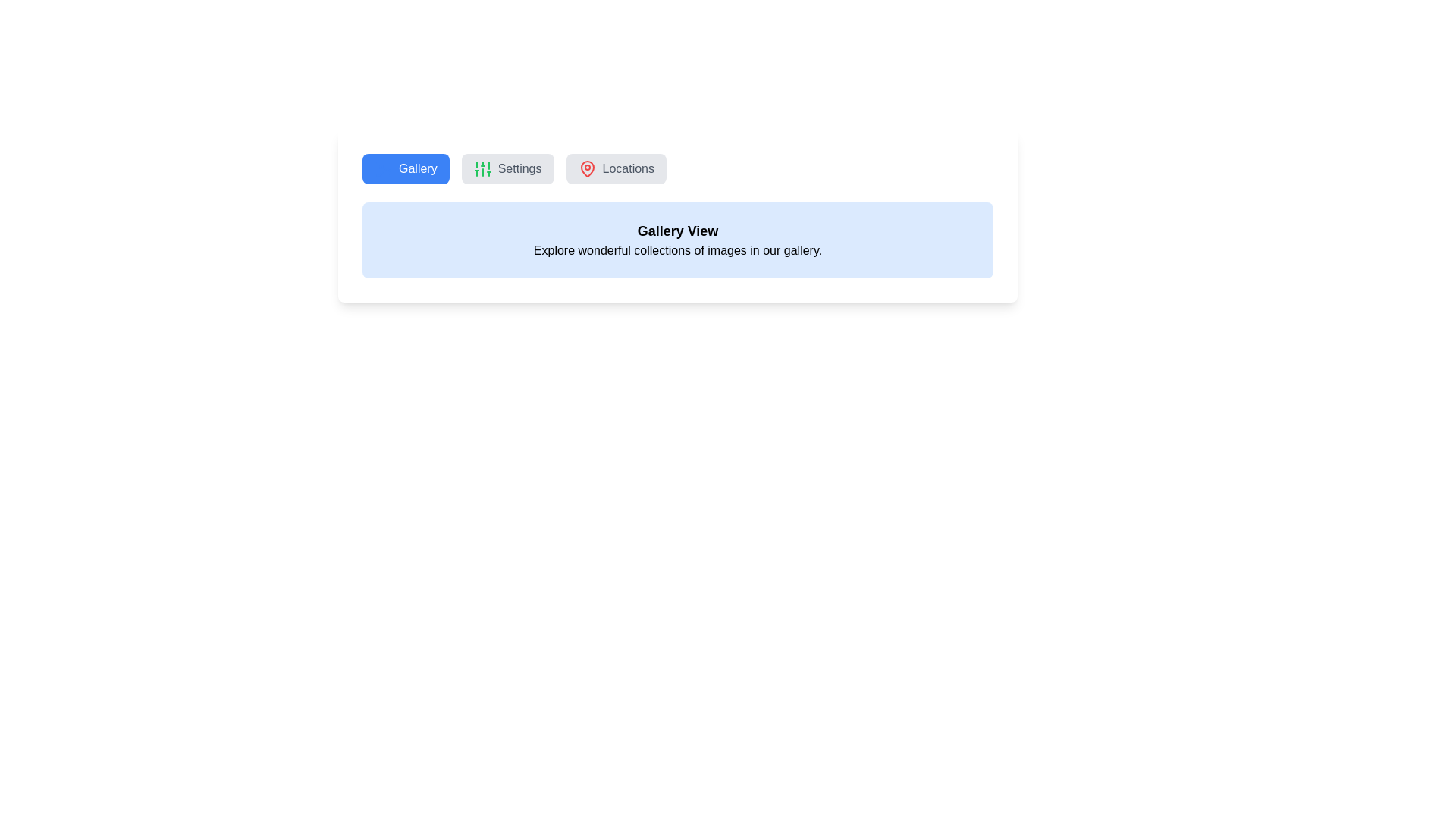 The image size is (1456, 819). I want to click on the tab Locations to observe its hover effect, so click(615, 169).